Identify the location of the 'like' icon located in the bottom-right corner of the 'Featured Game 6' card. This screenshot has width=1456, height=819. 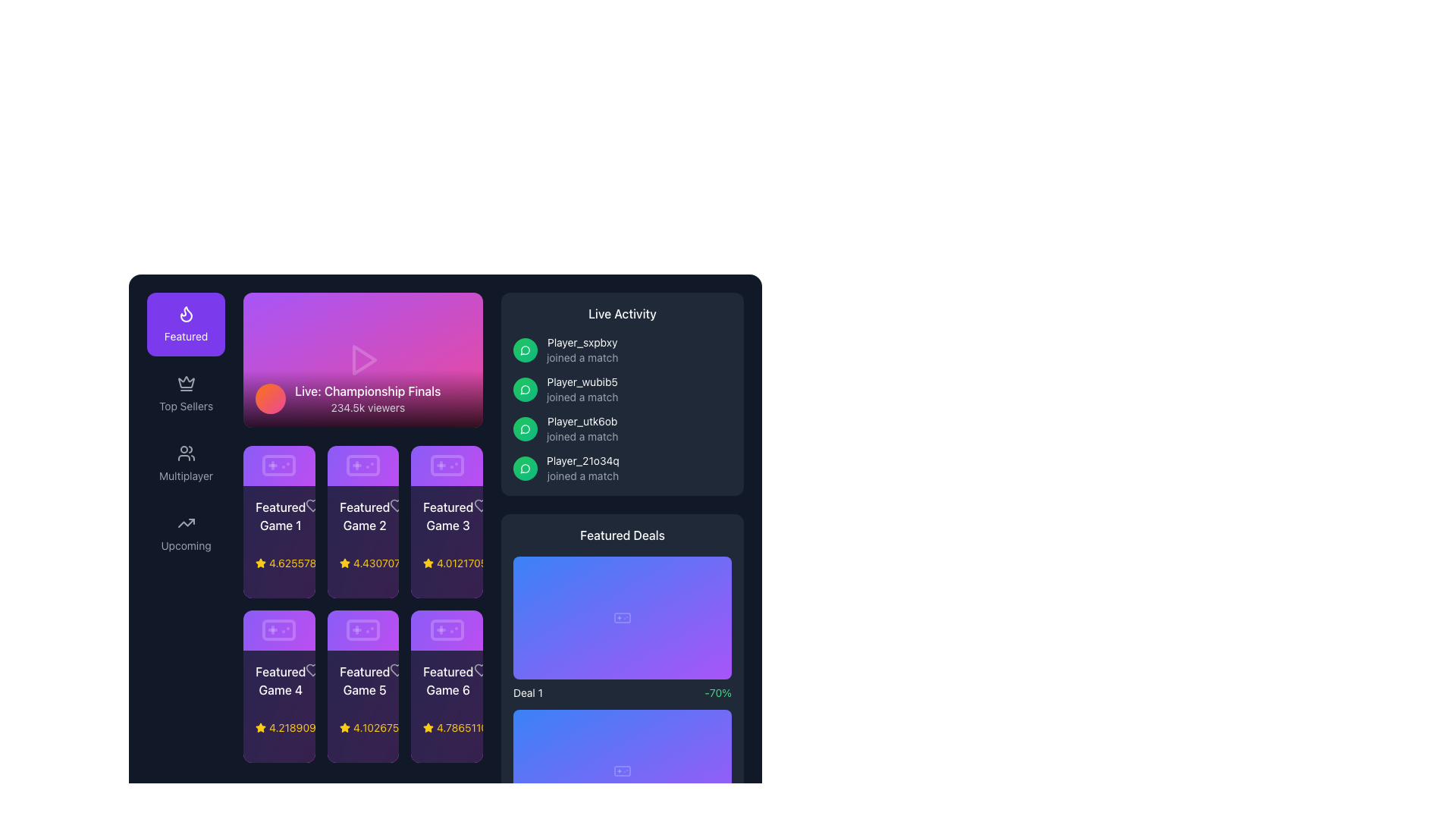
(480, 670).